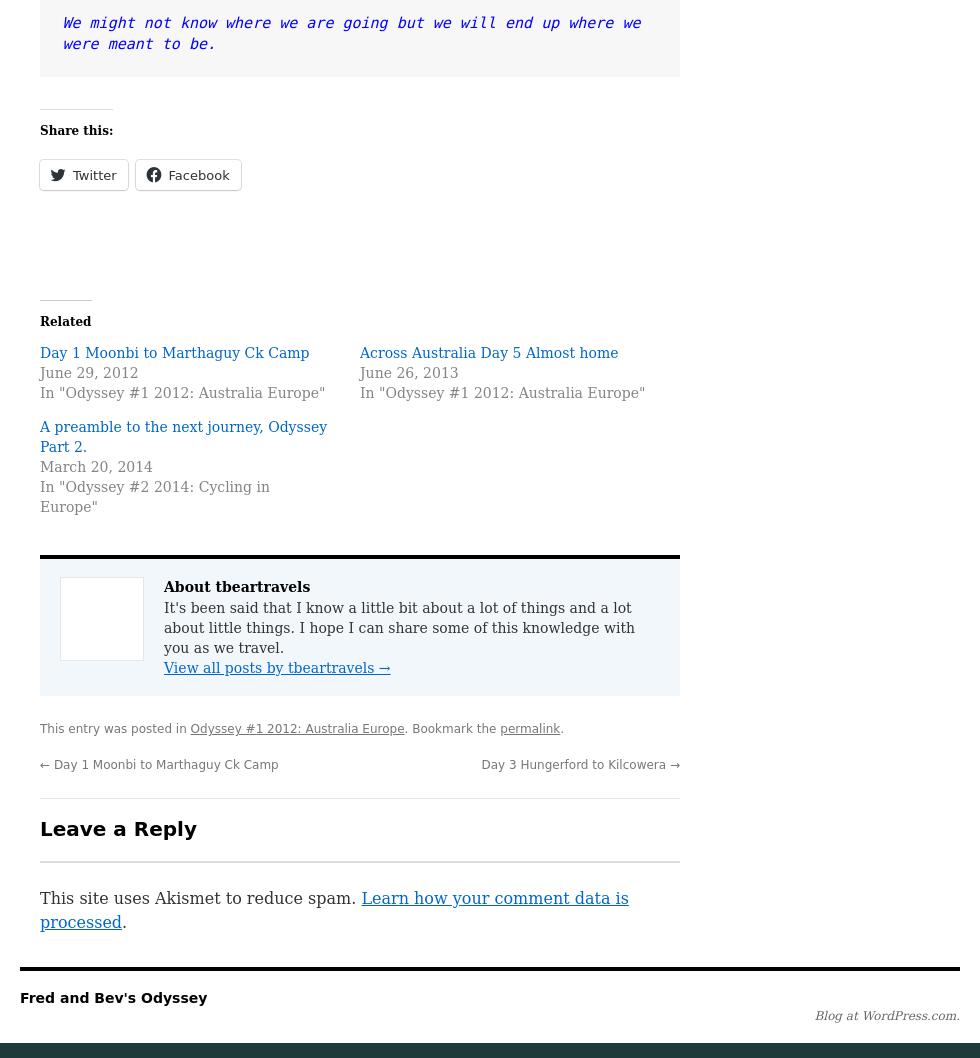  Describe the element at coordinates (200, 898) in the screenshot. I see `'This site uses Akismet to reduce spam.'` at that location.